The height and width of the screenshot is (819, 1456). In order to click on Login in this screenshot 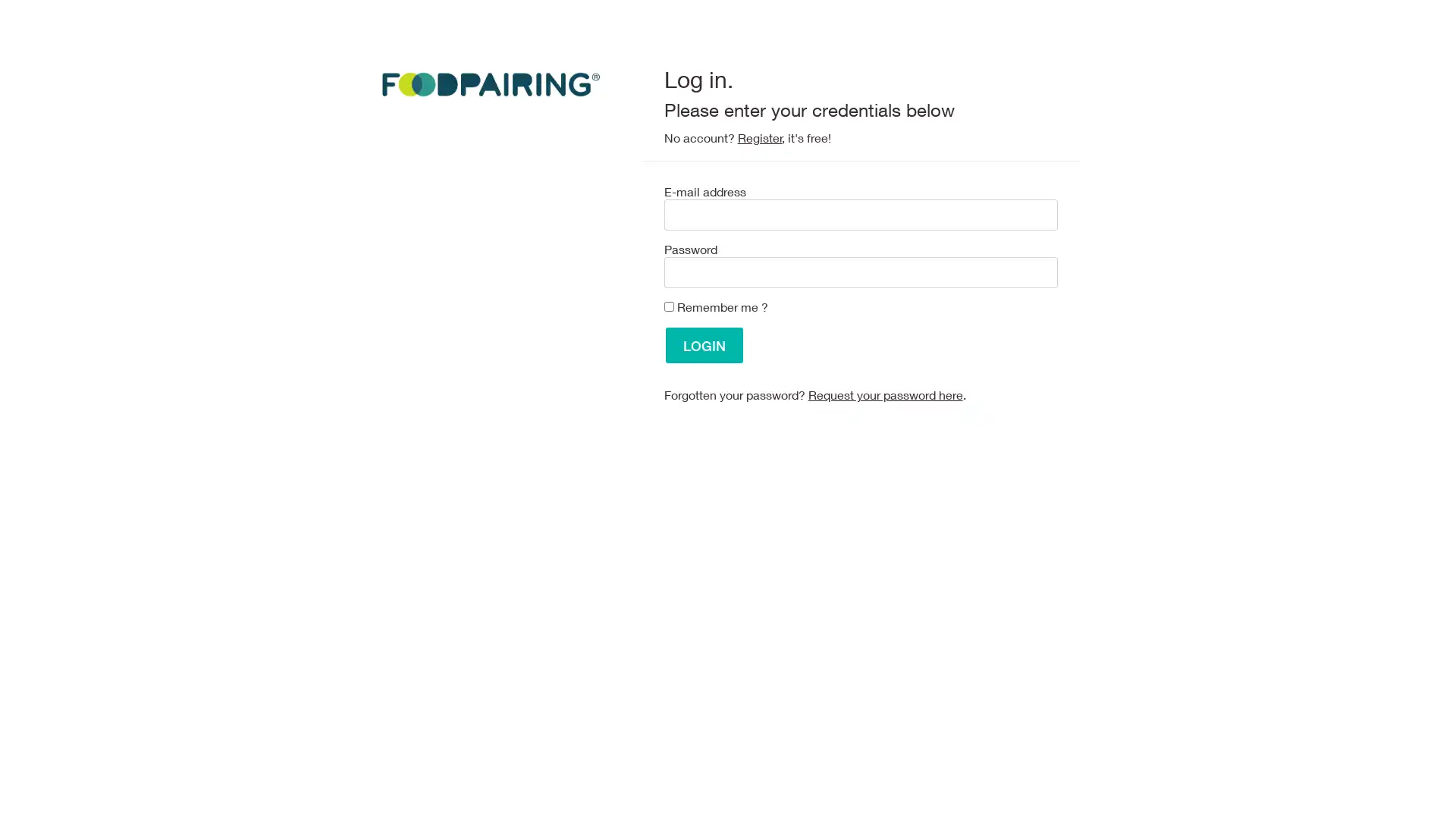, I will do `click(703, 345)`.